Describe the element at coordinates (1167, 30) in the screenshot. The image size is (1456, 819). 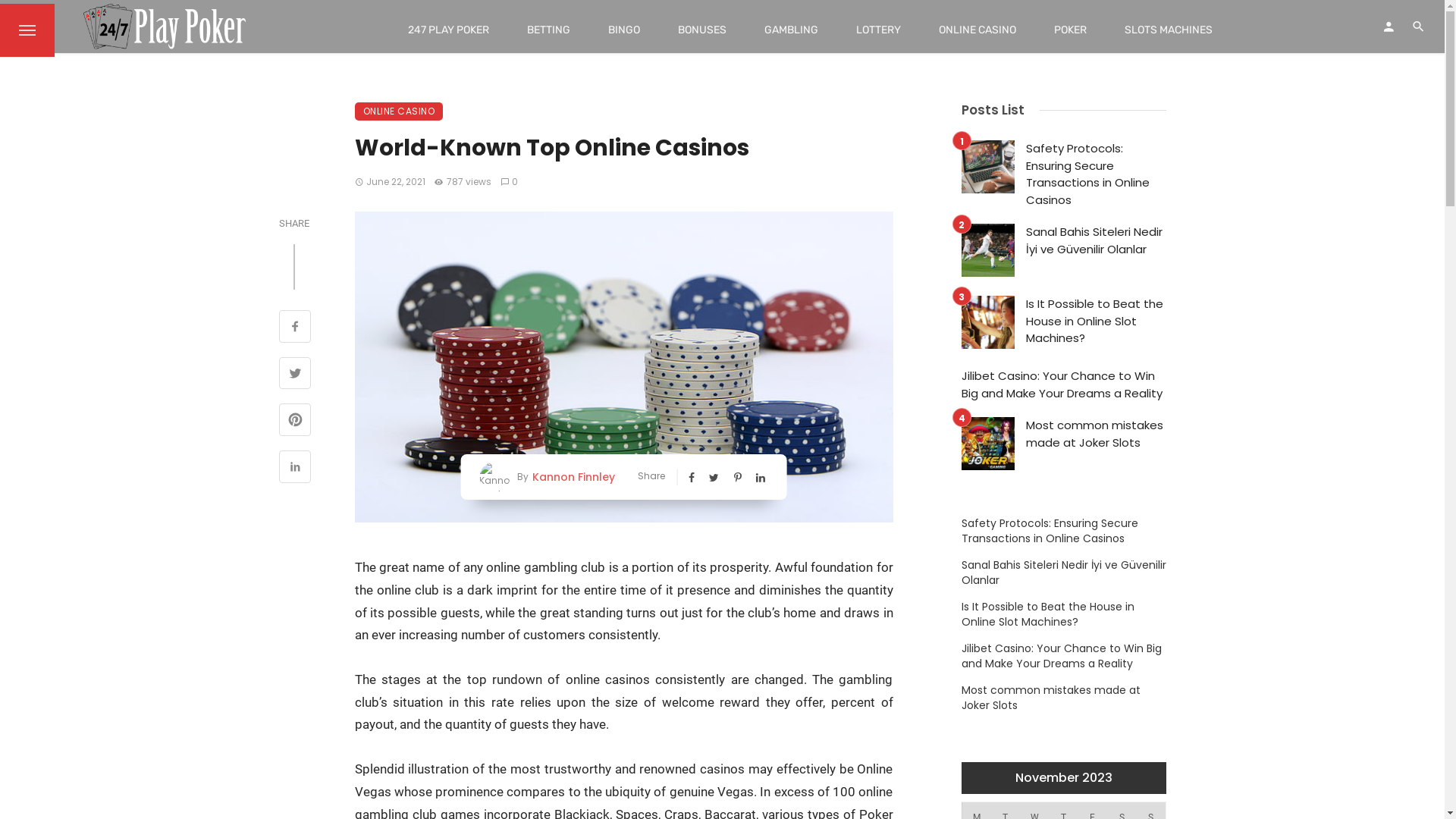
I see `'SLOTS MACHINES'` at that location.